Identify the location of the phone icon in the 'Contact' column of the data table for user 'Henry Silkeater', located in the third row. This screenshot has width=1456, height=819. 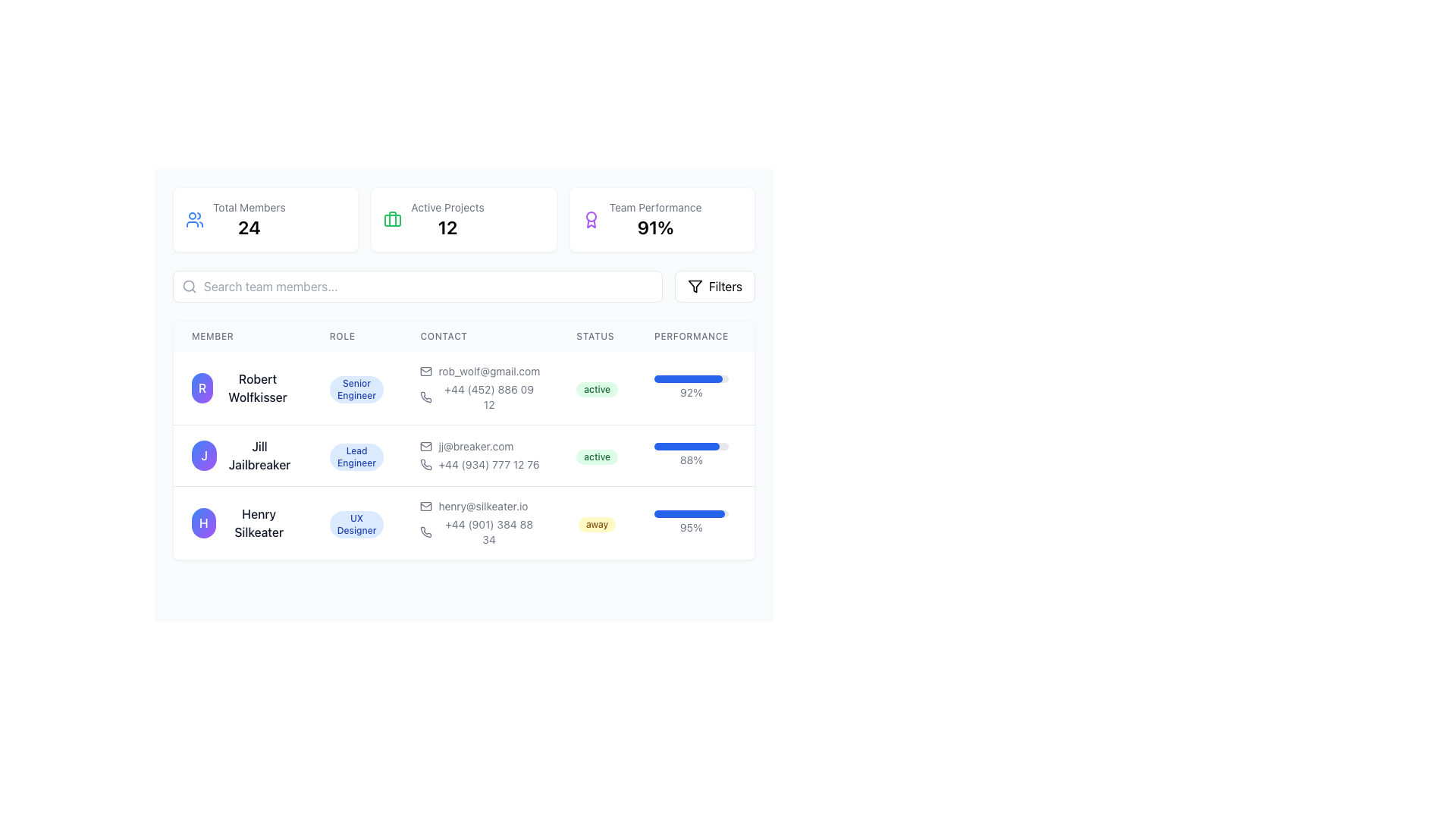
(425, 532).